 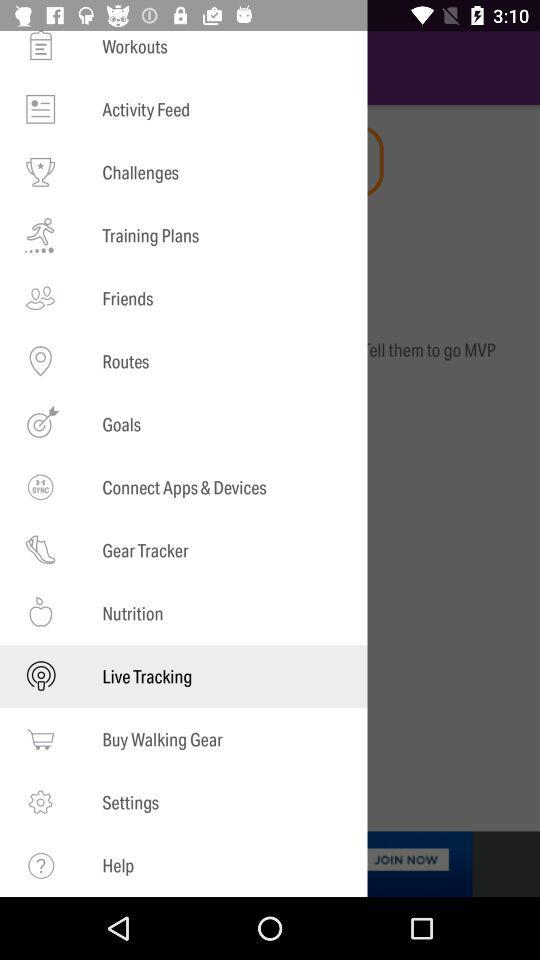 I want to click on the icon in ninth option, so click(x=40, y=550).